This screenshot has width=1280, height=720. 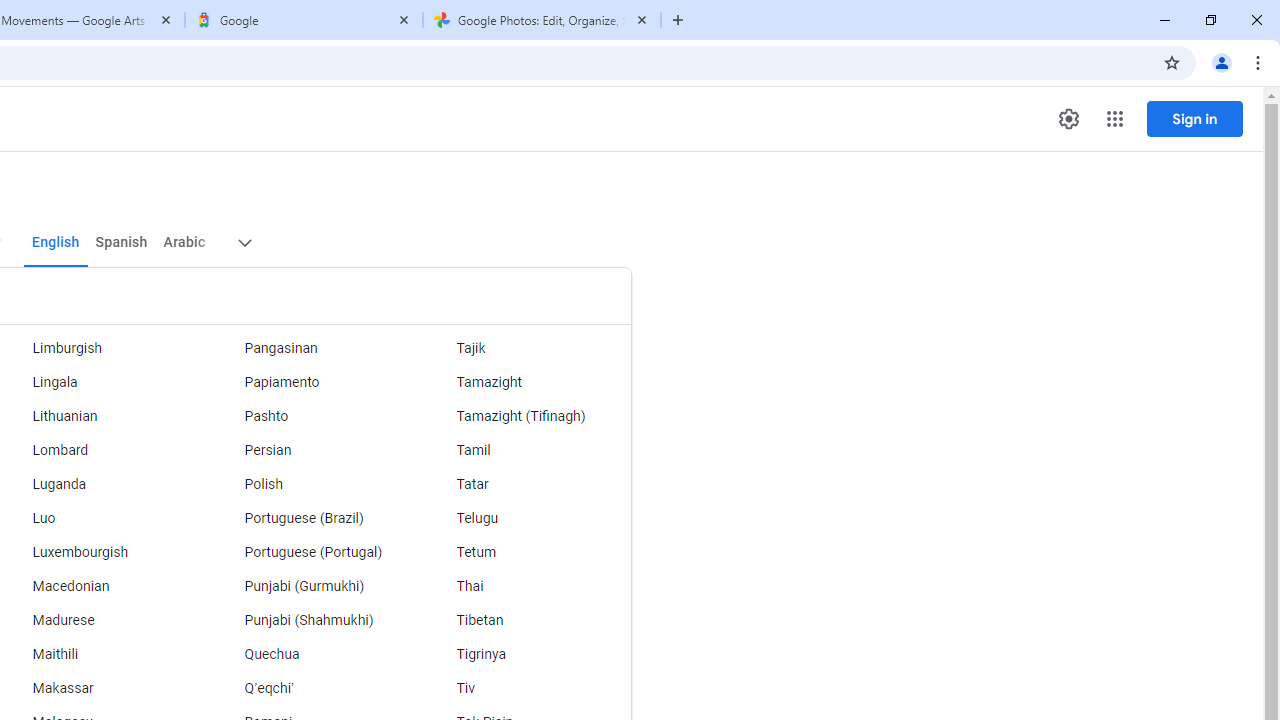 I want to click on 'Tamazight', so click(x=525, y=383).